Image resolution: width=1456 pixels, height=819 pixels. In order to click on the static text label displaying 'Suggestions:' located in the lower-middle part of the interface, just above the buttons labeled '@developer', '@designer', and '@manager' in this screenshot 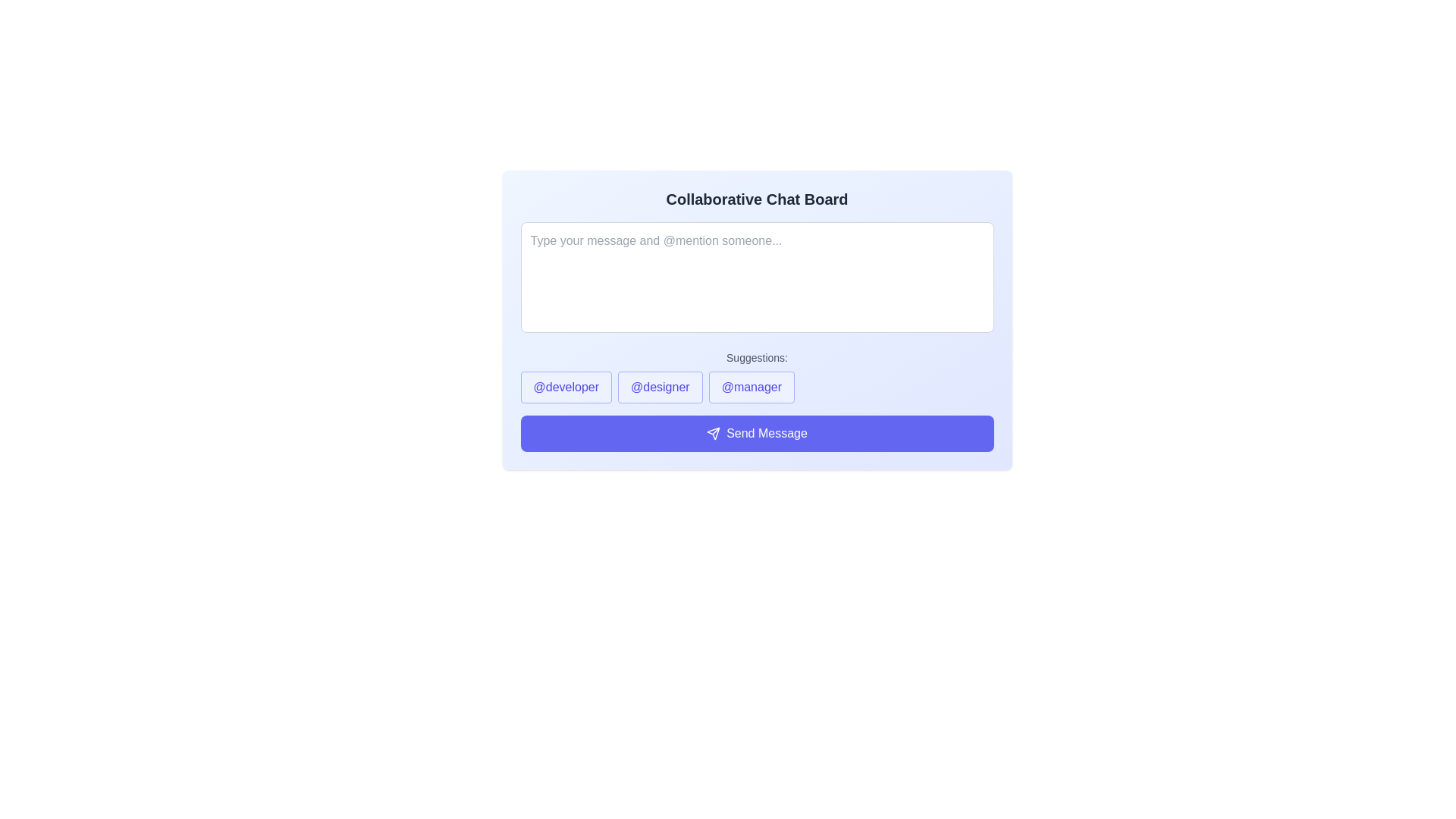, I will do `click(757, 357)`.